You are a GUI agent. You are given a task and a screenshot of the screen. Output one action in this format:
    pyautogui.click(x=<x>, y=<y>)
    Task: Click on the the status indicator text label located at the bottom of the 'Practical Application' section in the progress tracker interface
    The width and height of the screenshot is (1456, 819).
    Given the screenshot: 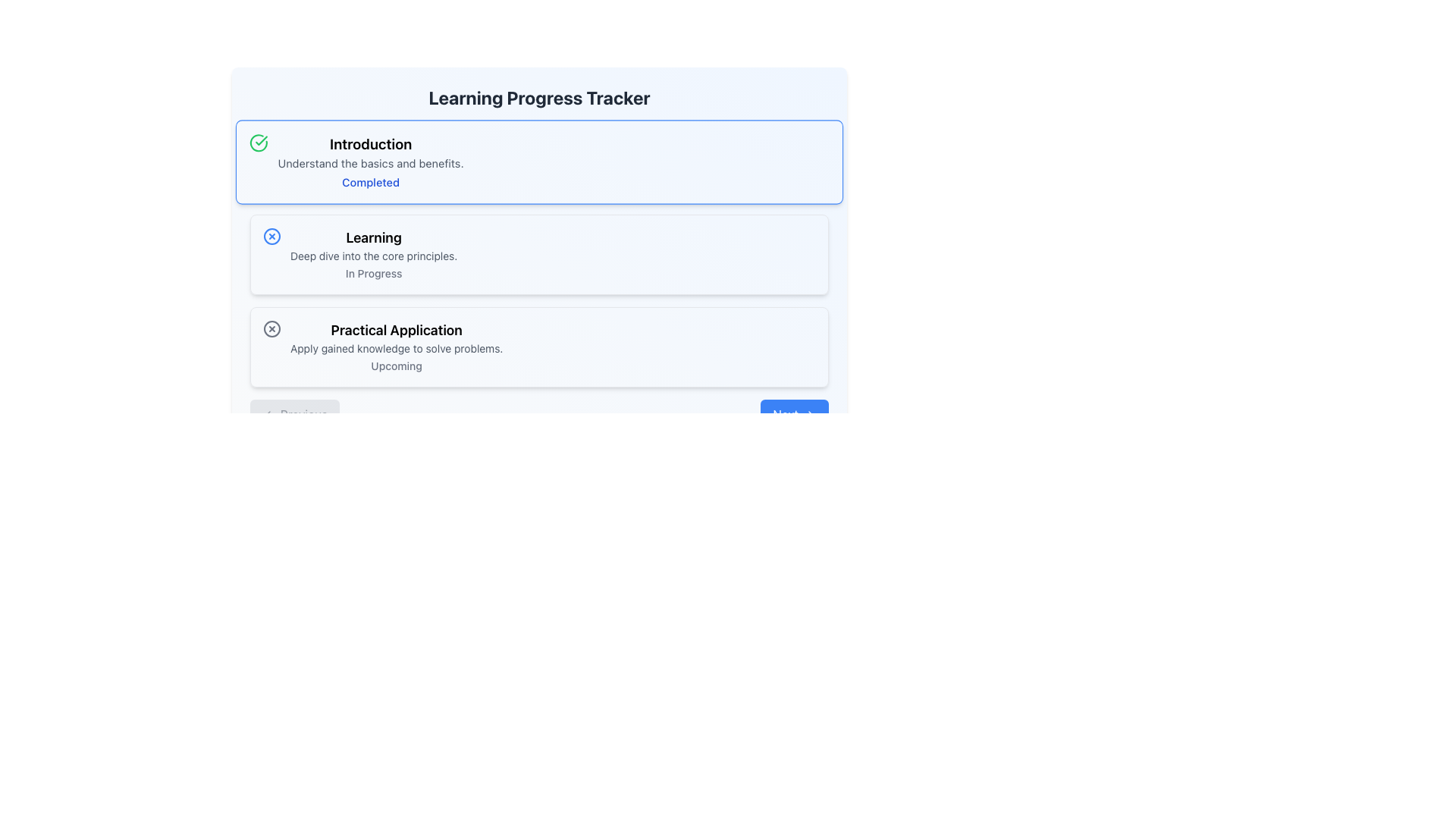 What is the action you would take?
    pyautogui.click(x=397, y=366)
    